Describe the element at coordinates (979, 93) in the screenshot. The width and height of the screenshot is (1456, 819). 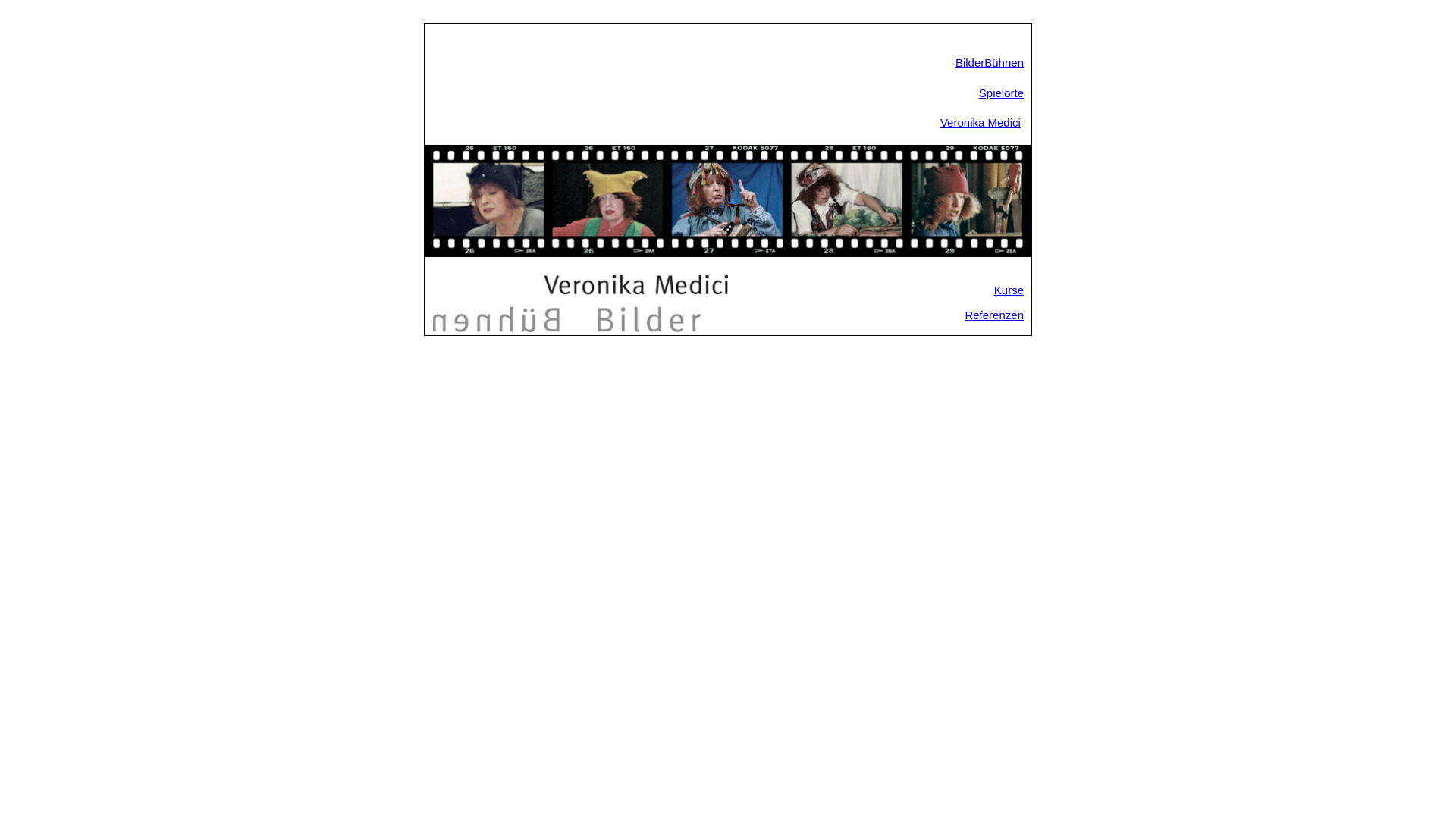
I see `'Spielorte'` at that location.